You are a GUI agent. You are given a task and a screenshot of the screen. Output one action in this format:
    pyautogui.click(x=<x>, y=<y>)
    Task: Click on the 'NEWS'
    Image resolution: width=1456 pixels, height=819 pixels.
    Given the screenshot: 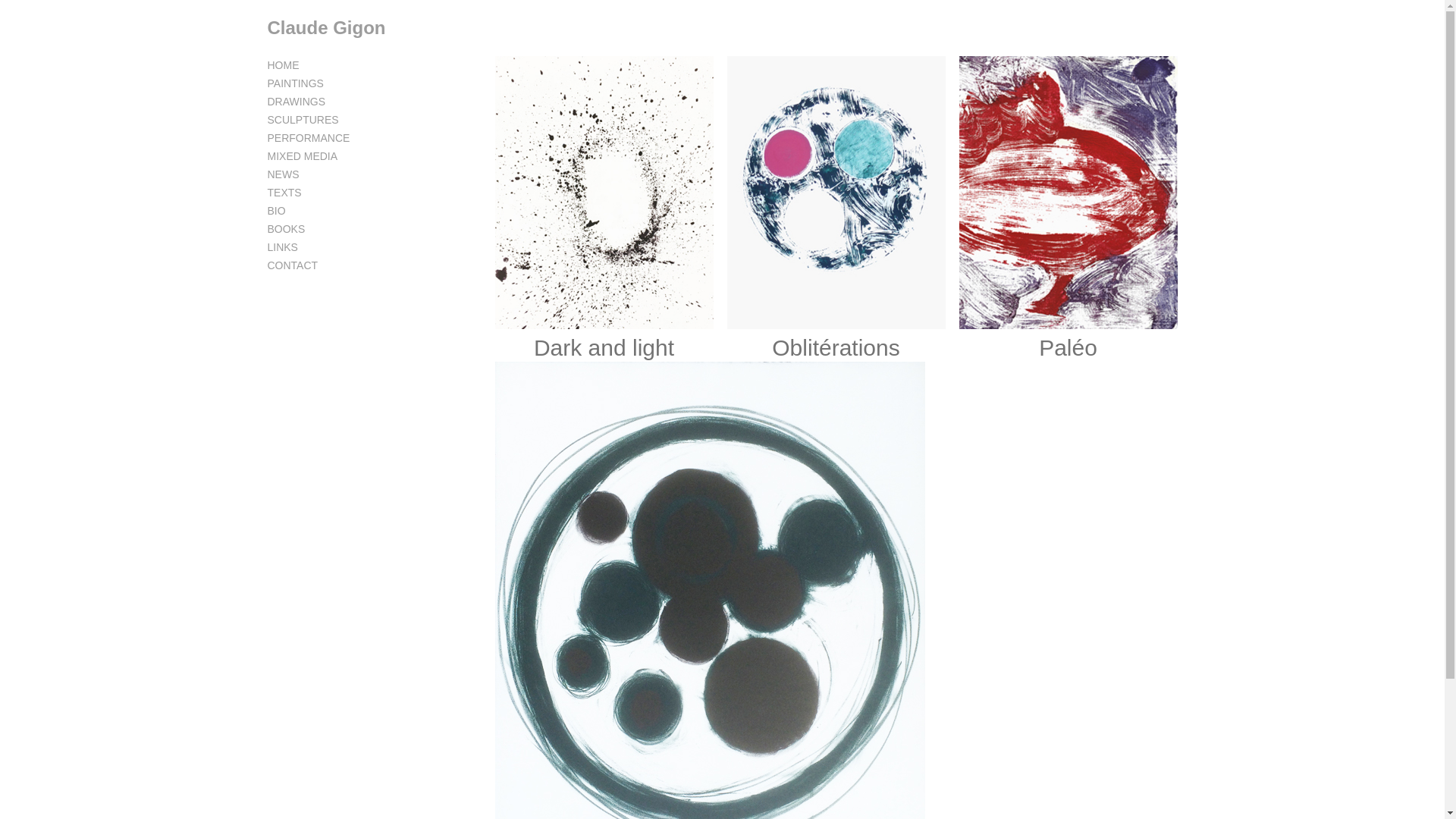 What is the action you would take?
    pyautogui.click(x=283, y=174)
    